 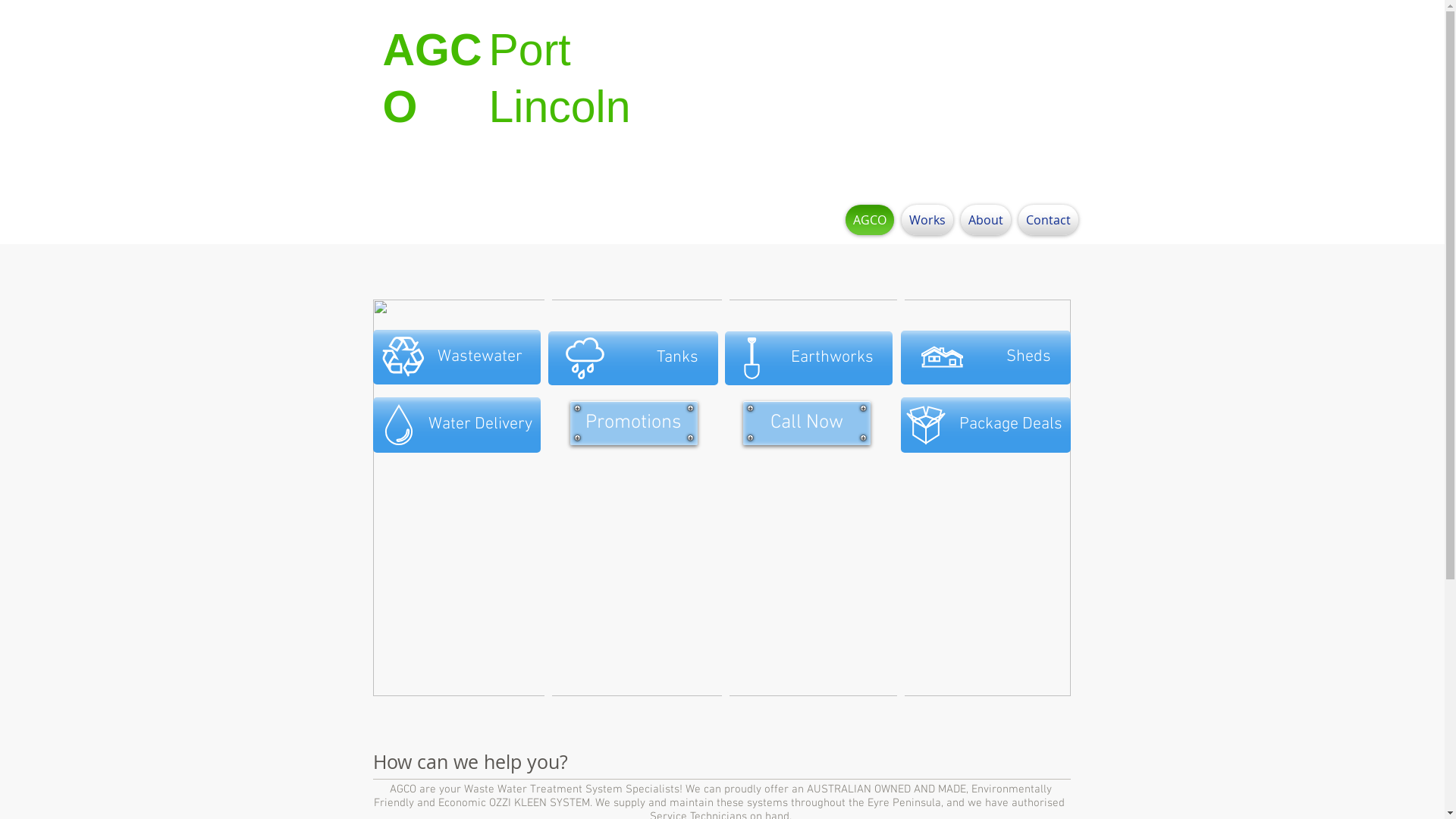 I want to click on 'Works', so click(x=927, y=219).